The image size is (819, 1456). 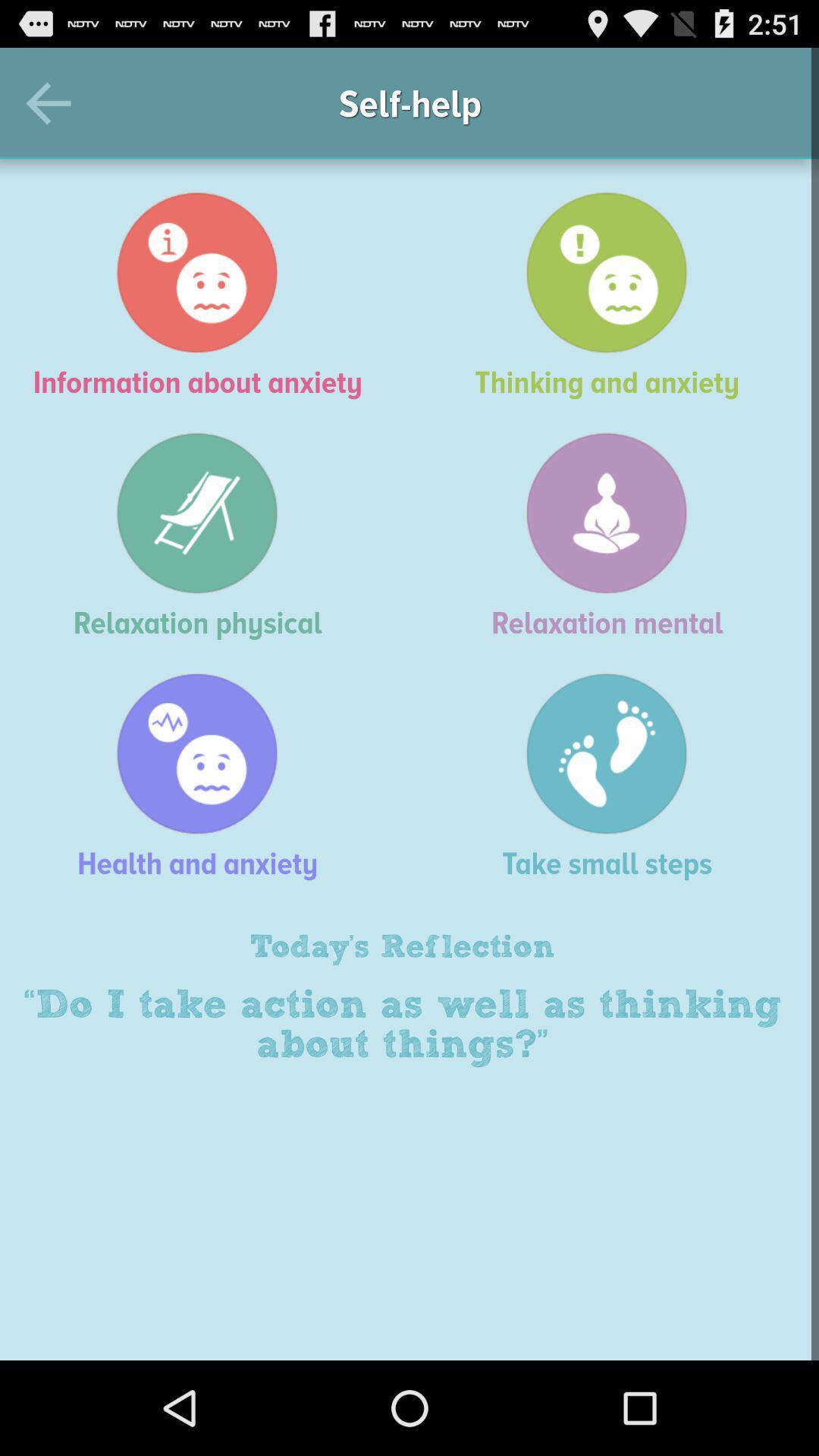 I want to click on the item above the health and anxiety, so click(x=205, y=535).